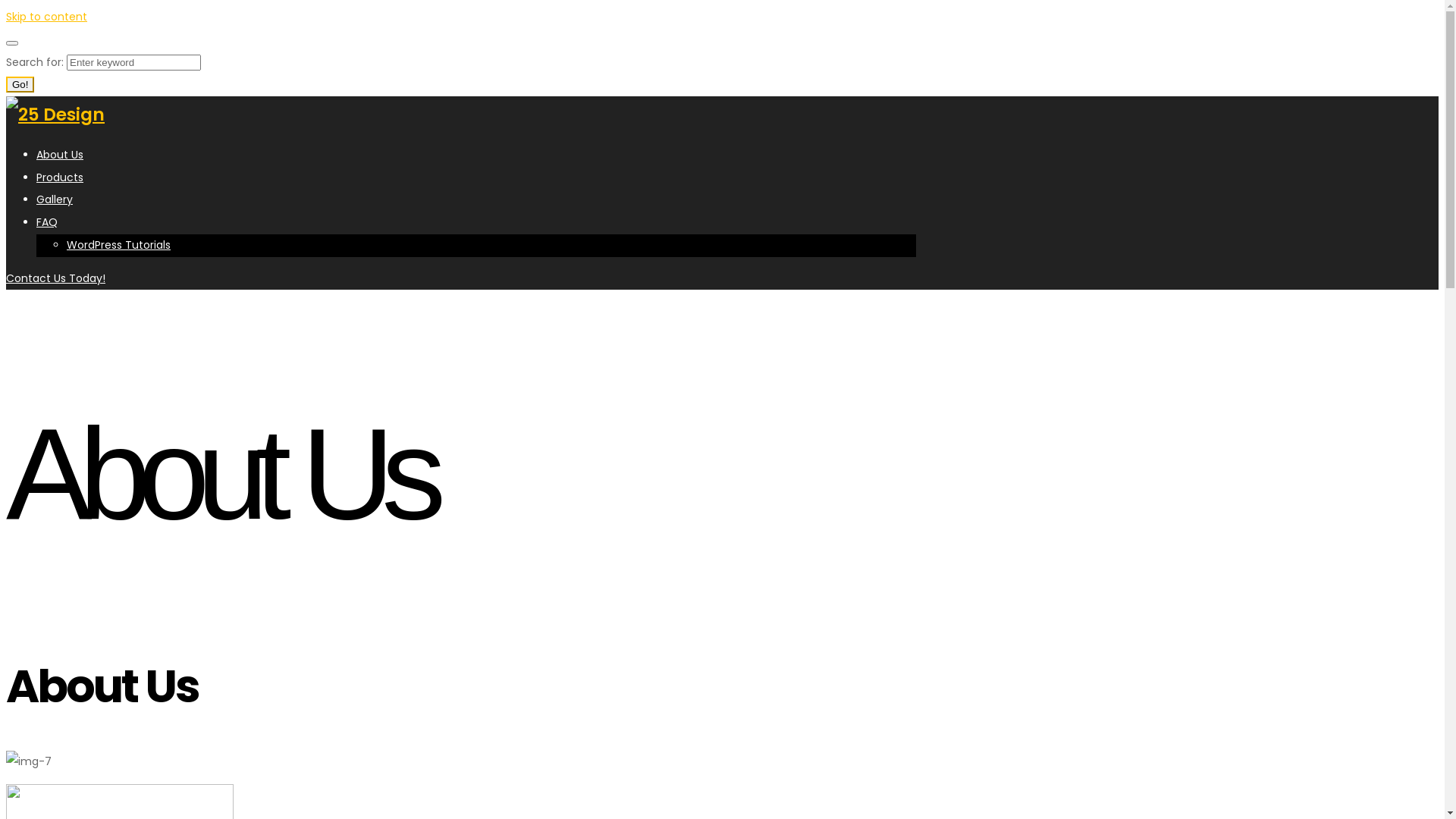 The image size is (1456, 819). Describe the element at coordinates (59, 155) in the screenshot. I see `'About Us'` at that location.